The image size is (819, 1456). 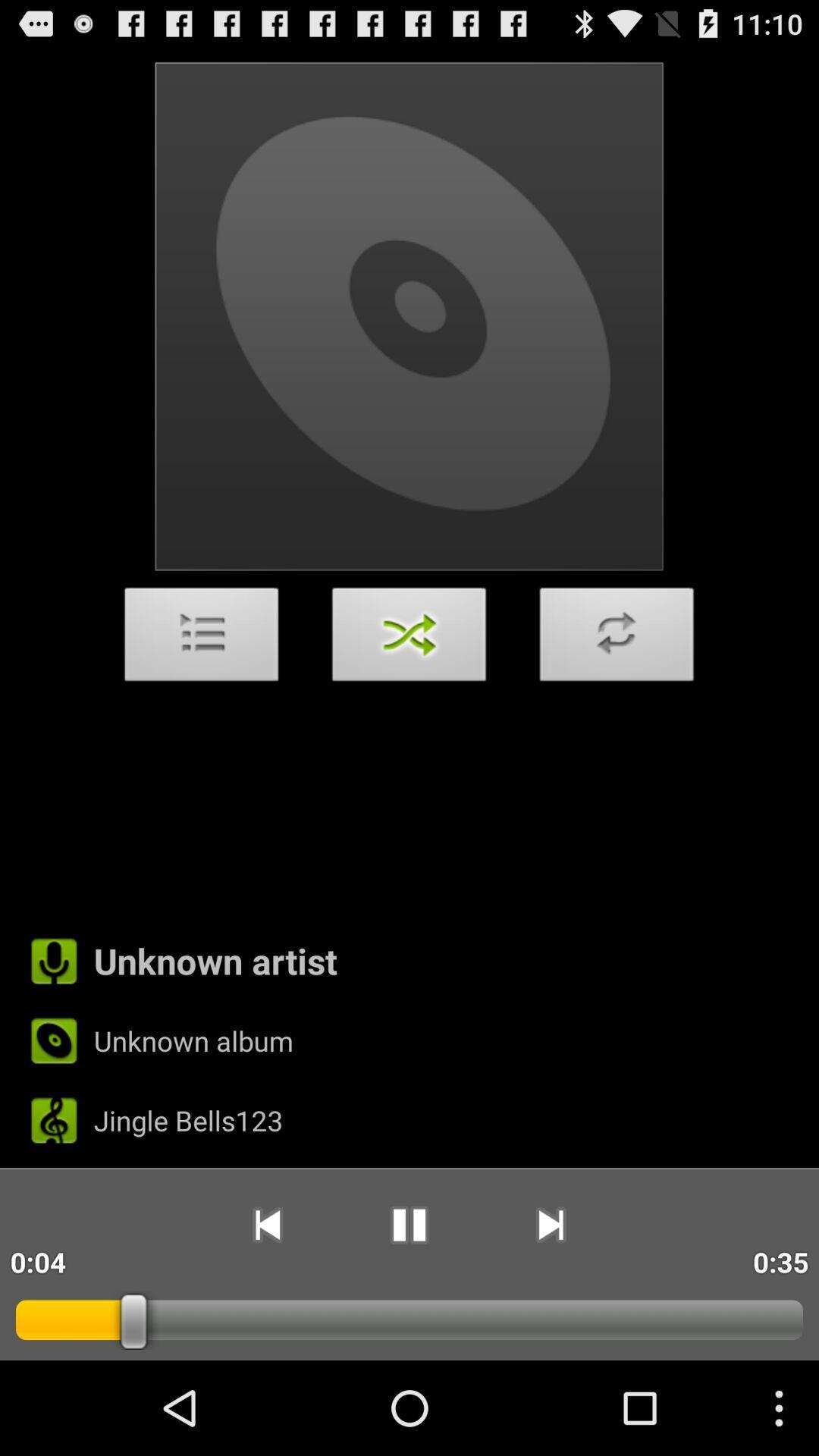 I want to click on the item next to 0:35, so click(x=551, y=1225).